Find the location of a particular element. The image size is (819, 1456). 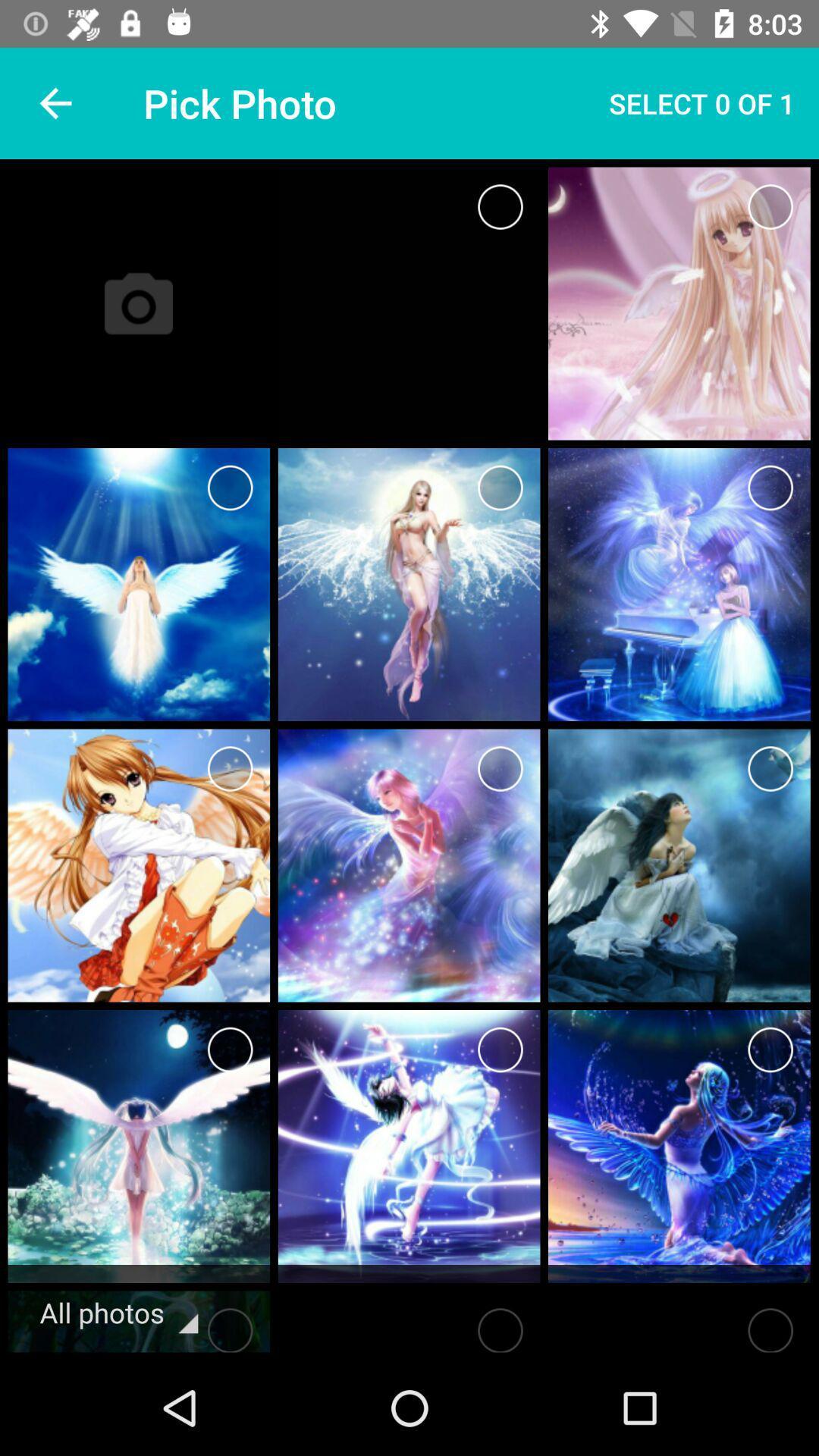

item to the left of pick photo item is located at coordinates (55, 102).